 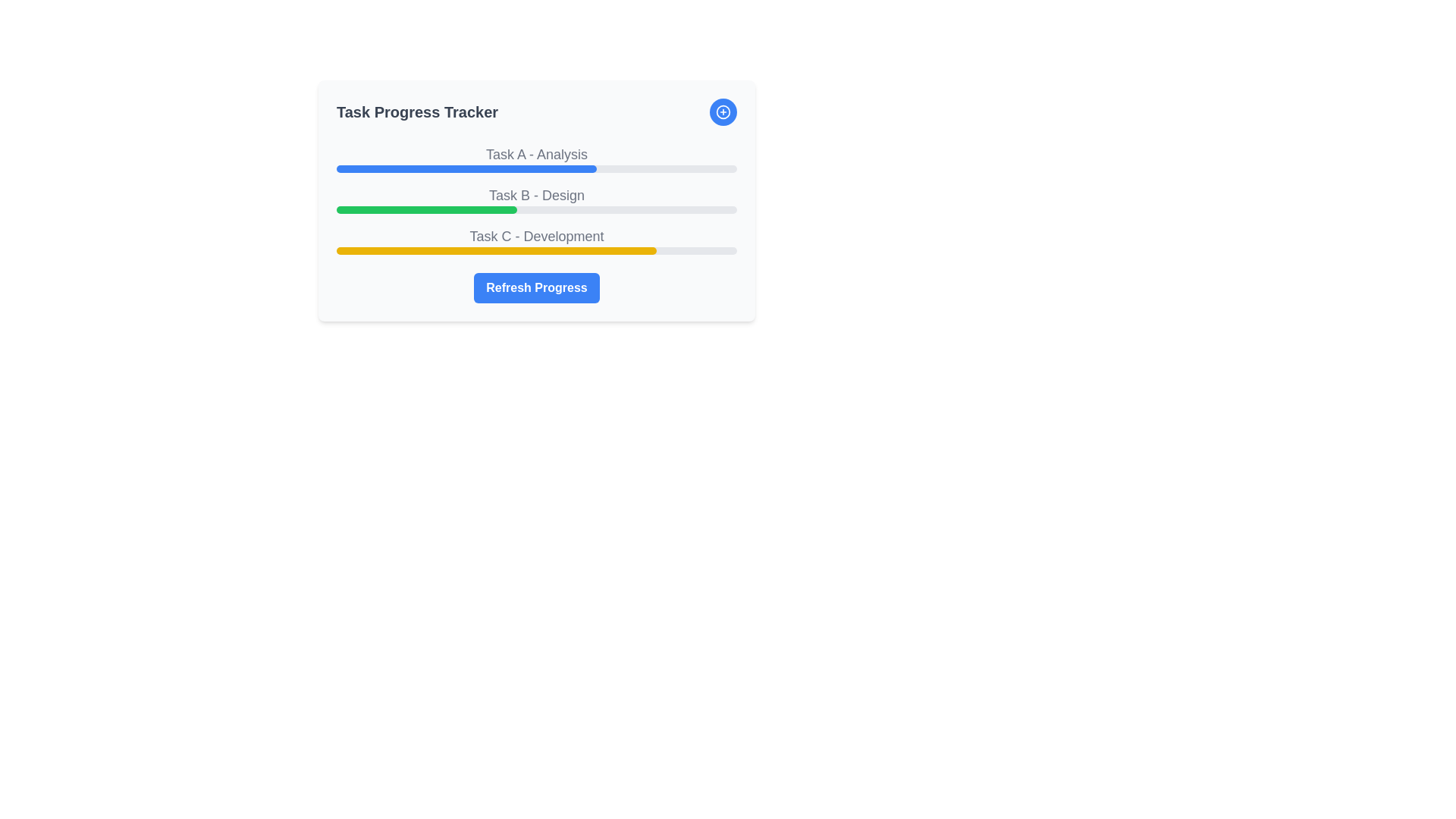 I want to click on the rectangular button with a blue background and white text labeled 'Refresh Progress' to observe its hover effect, so click(x=536, y=288).